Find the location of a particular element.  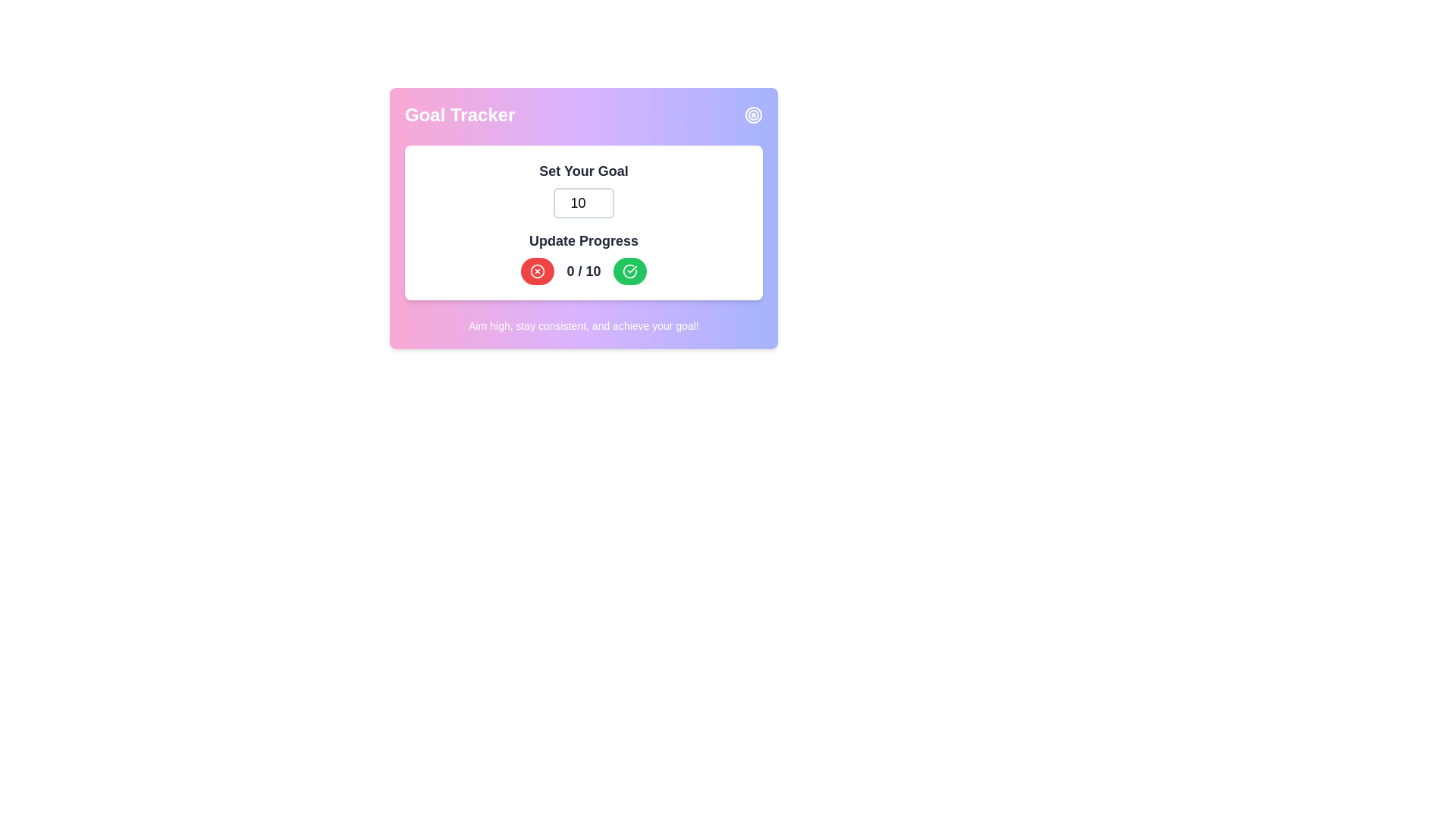

the 'Update Progress' label, which is a bold text label centered within a white card interface, located below the text input field with the value '10' is located at coordinates (582, 240).